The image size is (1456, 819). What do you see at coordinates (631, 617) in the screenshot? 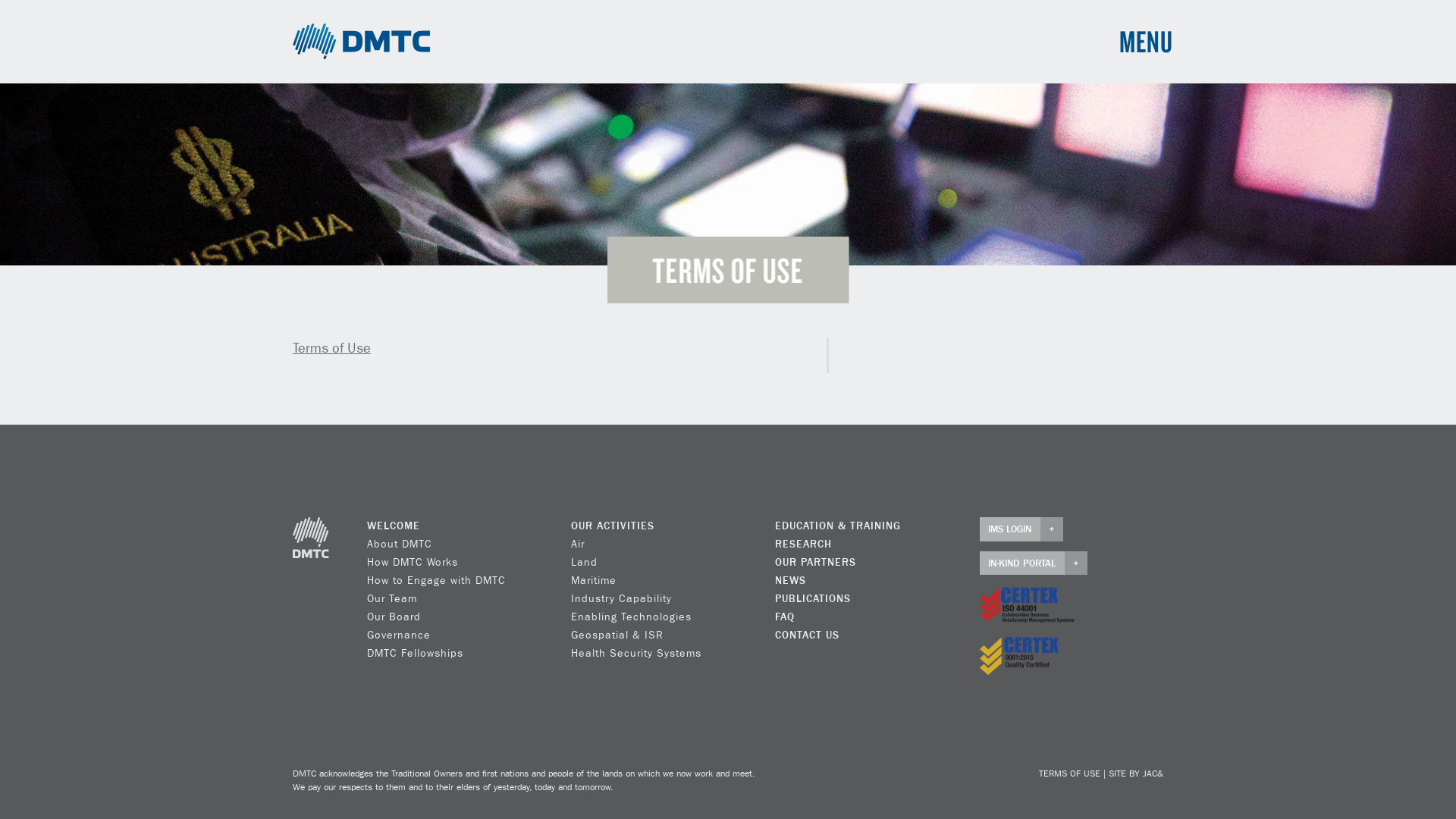
I see `'Enabling Technologies'` at bounding box center [631, 617].